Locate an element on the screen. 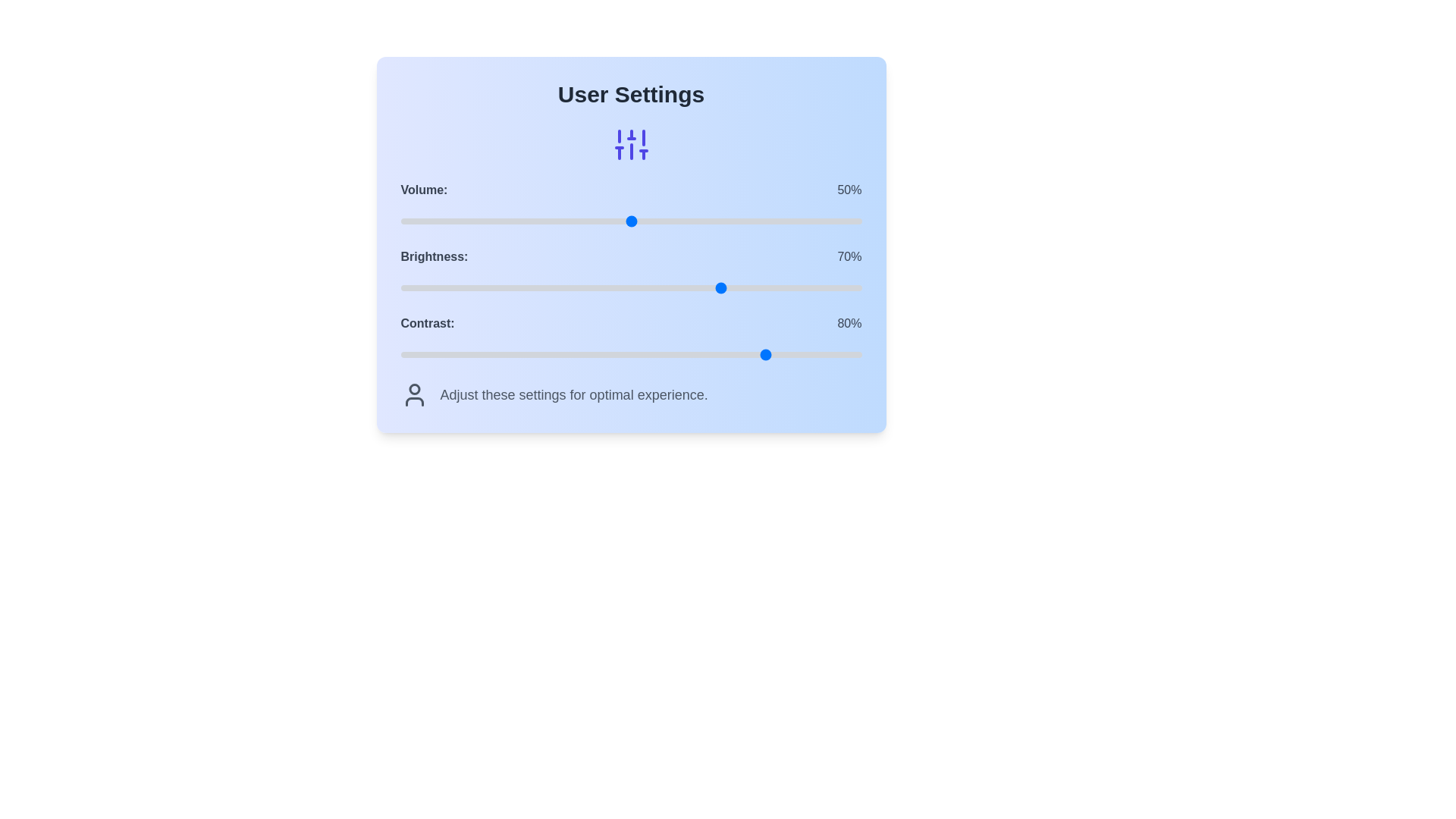  the text label displaying '70%' which is styled in gray and positioned to the right of the 'Brightness' label, aligned with the brightness slider is located at coordinates (849, 256).